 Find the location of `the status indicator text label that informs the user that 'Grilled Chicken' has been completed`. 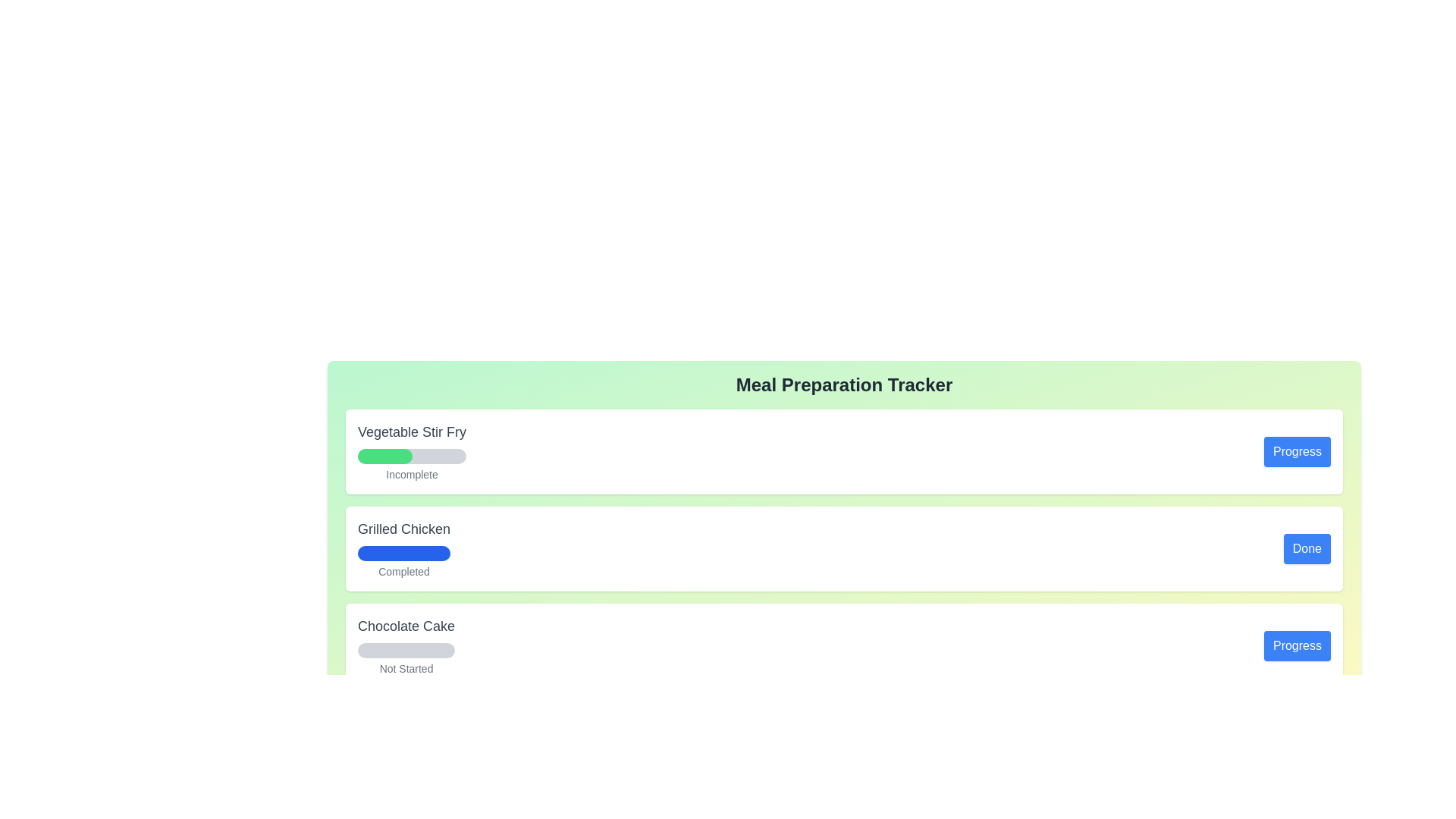

the status indicator text label that informs the user that 'Grilled Chicken' has been completed is located at coordinates (403, 571).